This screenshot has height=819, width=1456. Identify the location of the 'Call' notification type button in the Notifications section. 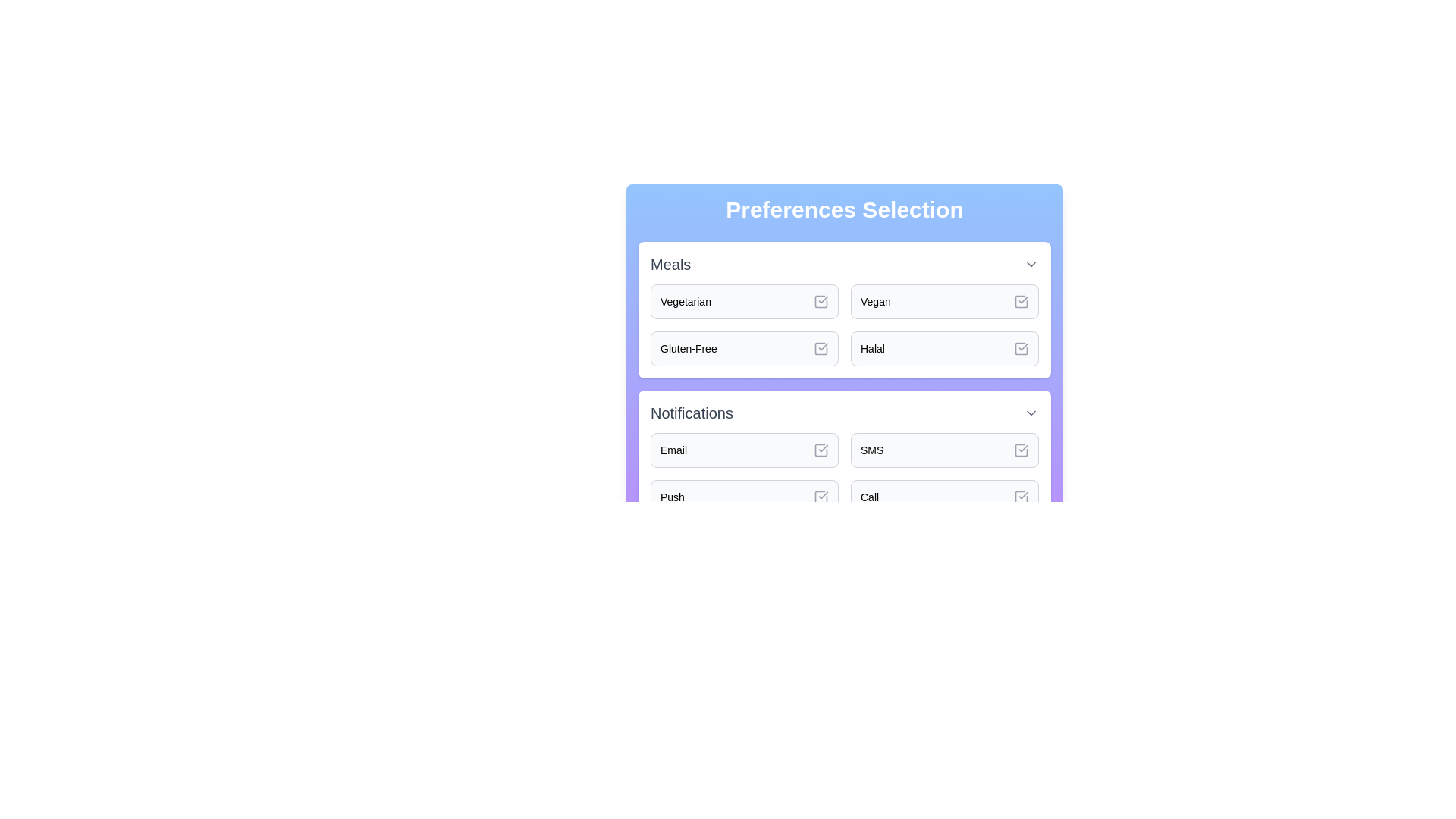
(944, 497).